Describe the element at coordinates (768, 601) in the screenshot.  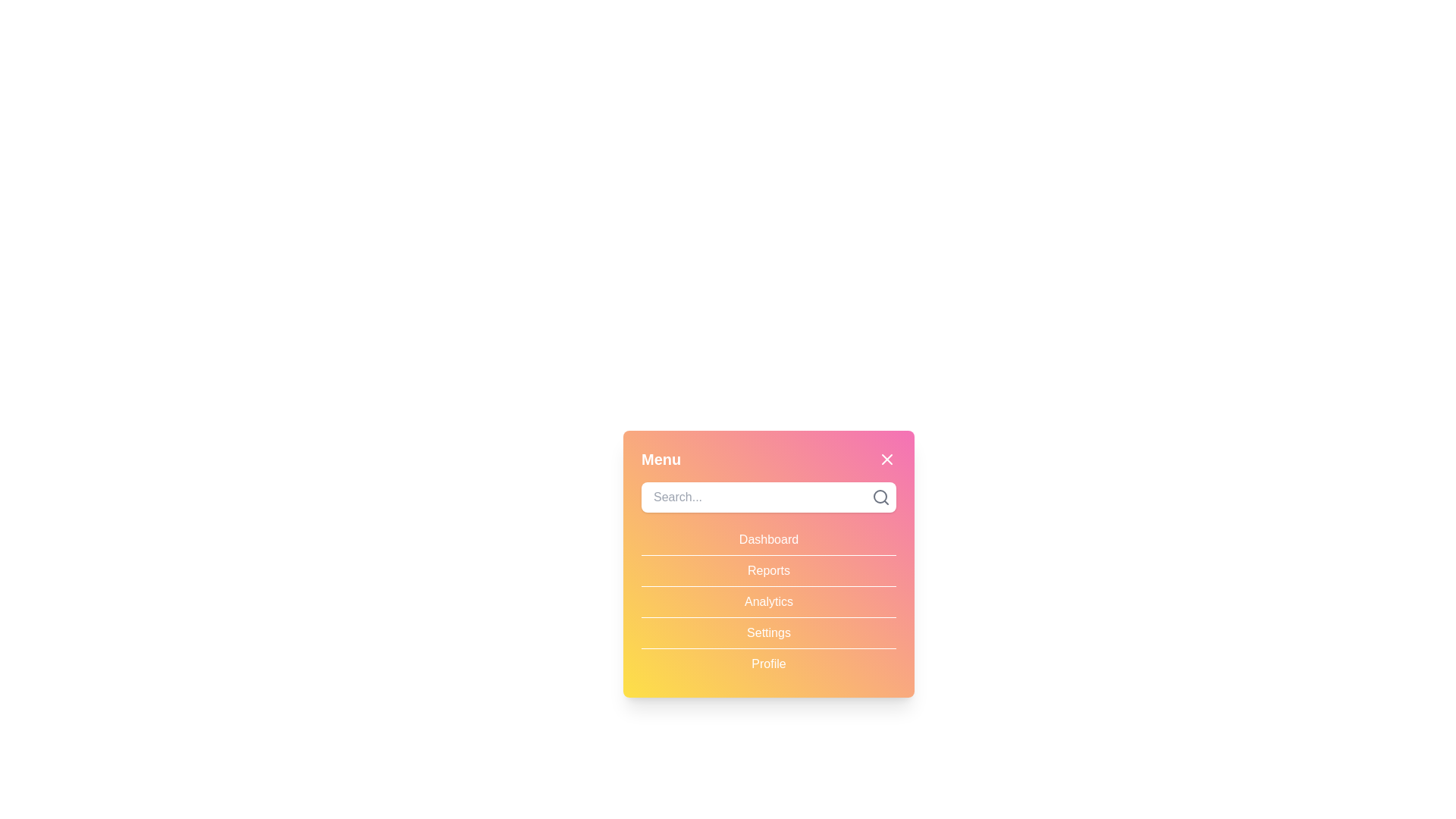
I see `the menu item Analytics to select it` at that location.